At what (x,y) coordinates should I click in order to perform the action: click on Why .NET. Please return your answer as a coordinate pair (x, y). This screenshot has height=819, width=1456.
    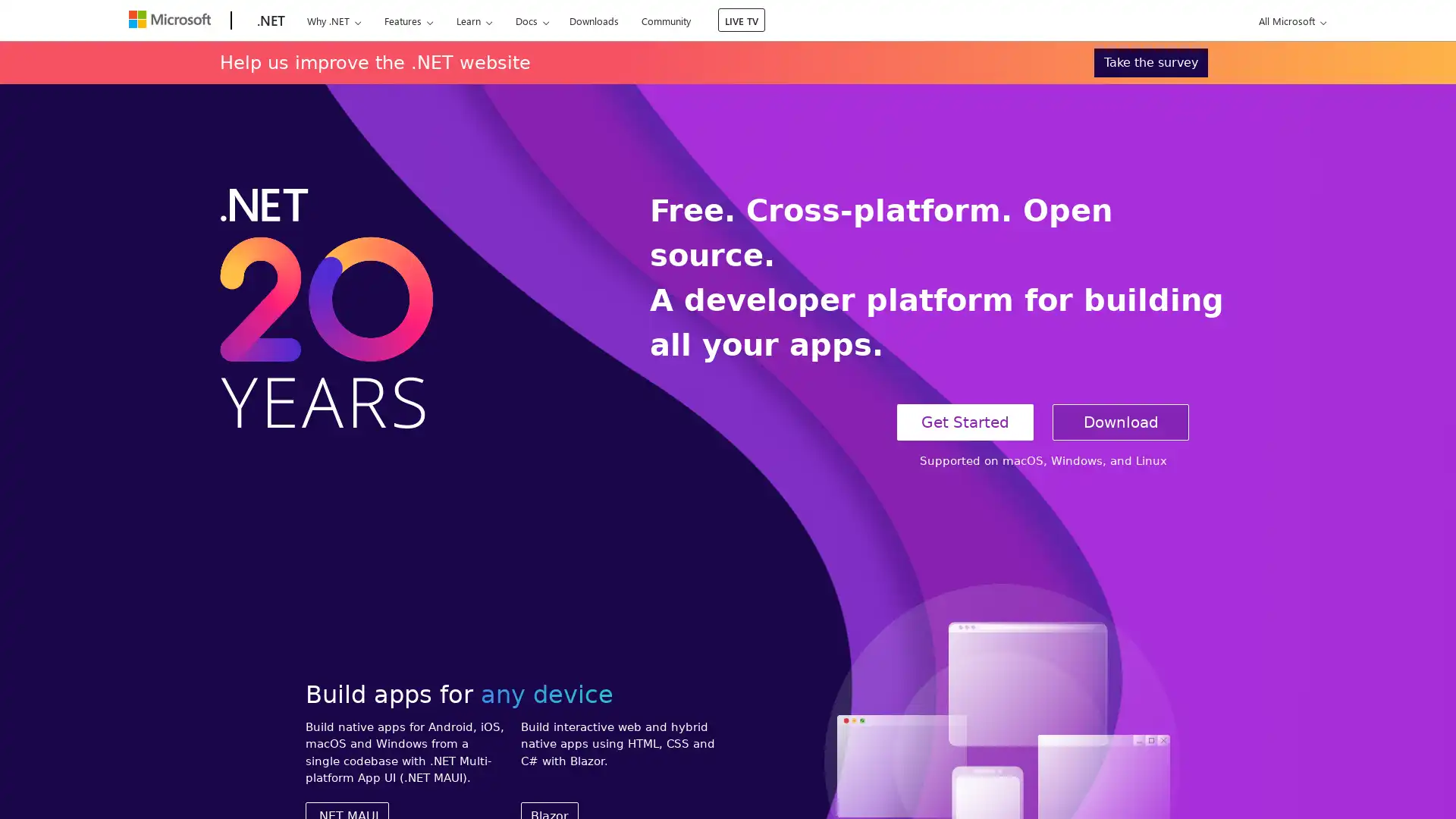
    Looking at the image, I should click on (333, 20).